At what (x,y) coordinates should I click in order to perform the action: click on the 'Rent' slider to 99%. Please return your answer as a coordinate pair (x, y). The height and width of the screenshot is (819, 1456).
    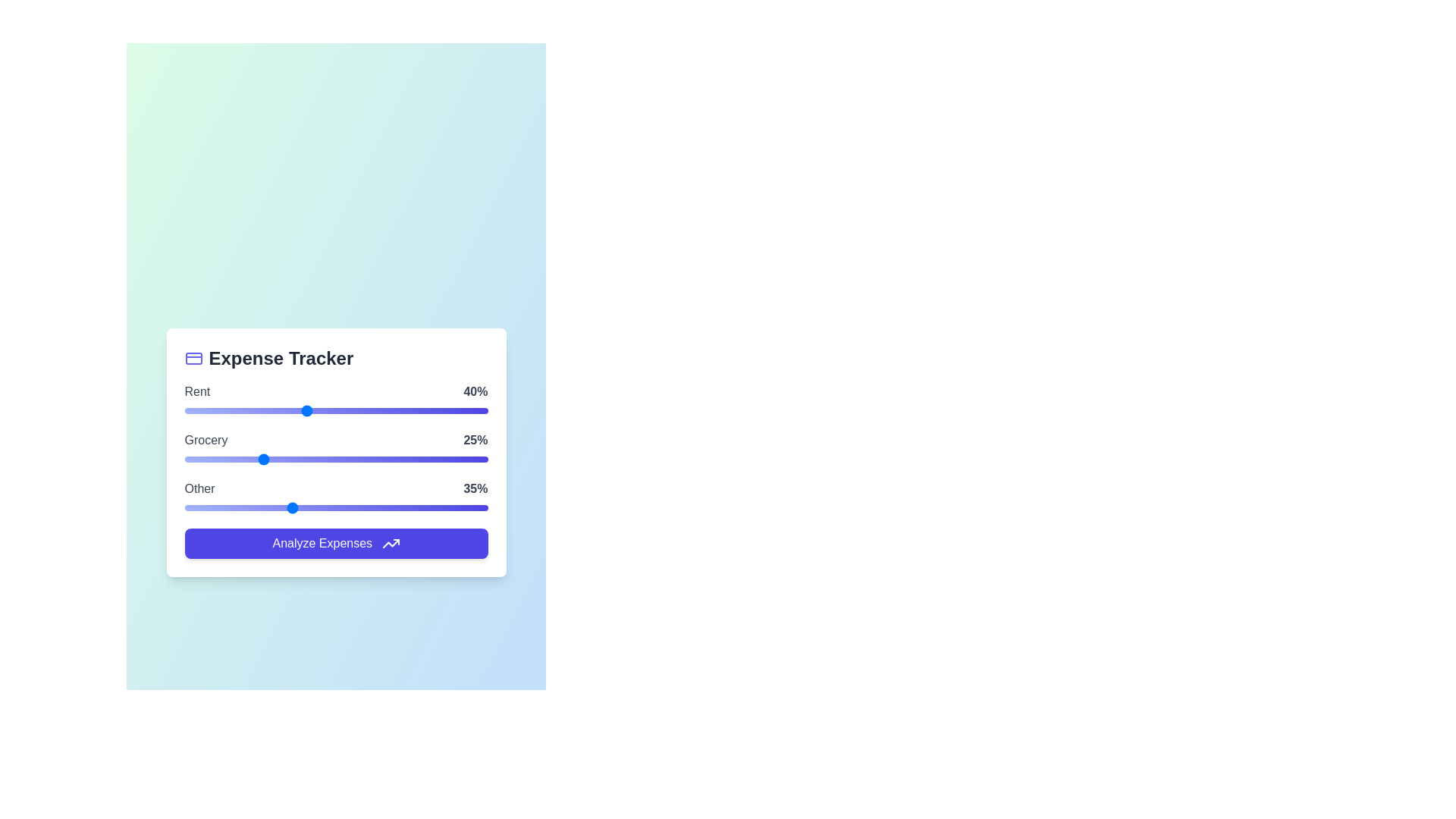
    Looking at the image, I should click on (484, 410).